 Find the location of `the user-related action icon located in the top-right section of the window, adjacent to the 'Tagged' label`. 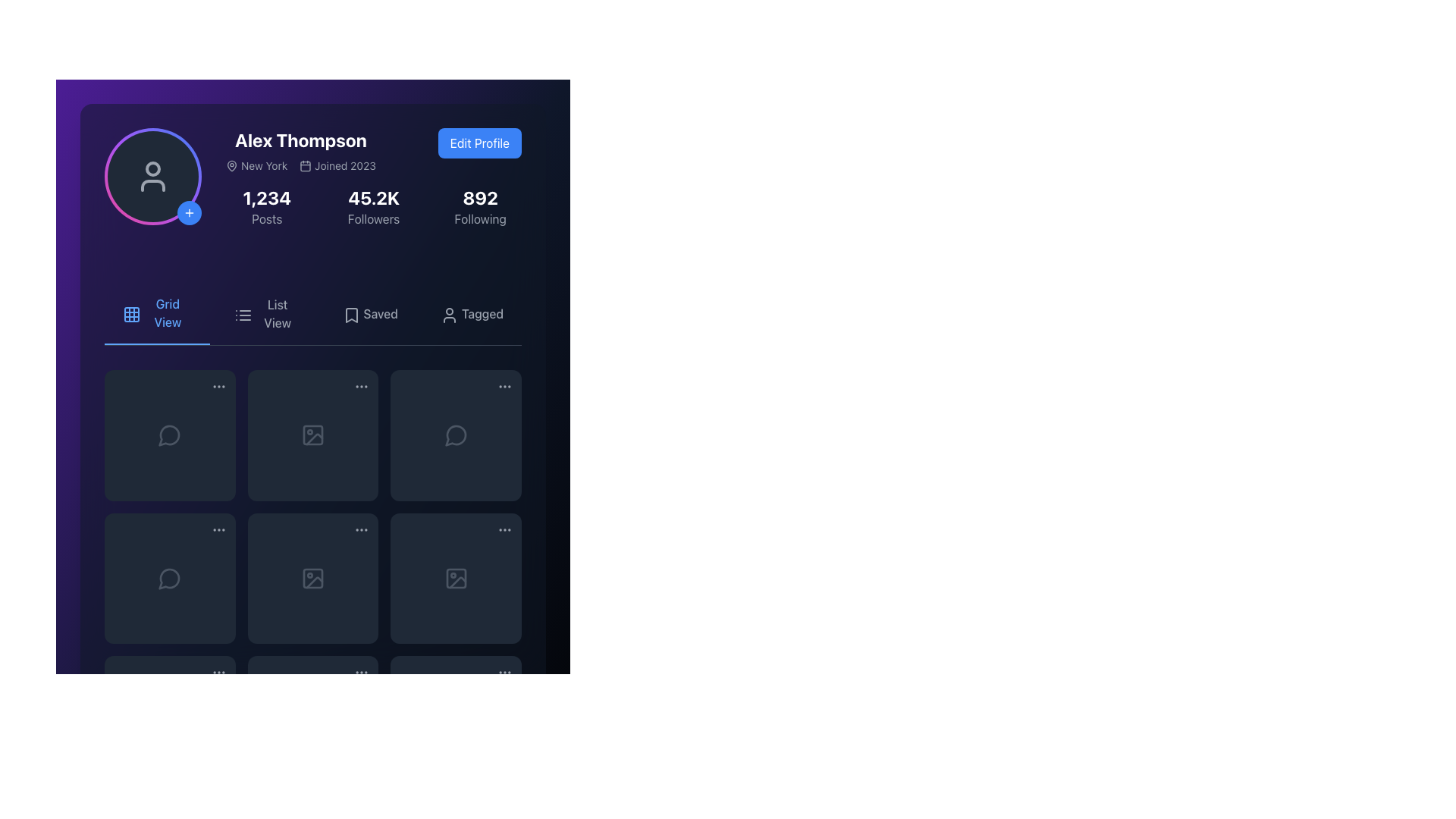

the user-related action icon located in the top-right section of the window, adjacent to the 'Tagged' label is located at coordinates (448, 315).